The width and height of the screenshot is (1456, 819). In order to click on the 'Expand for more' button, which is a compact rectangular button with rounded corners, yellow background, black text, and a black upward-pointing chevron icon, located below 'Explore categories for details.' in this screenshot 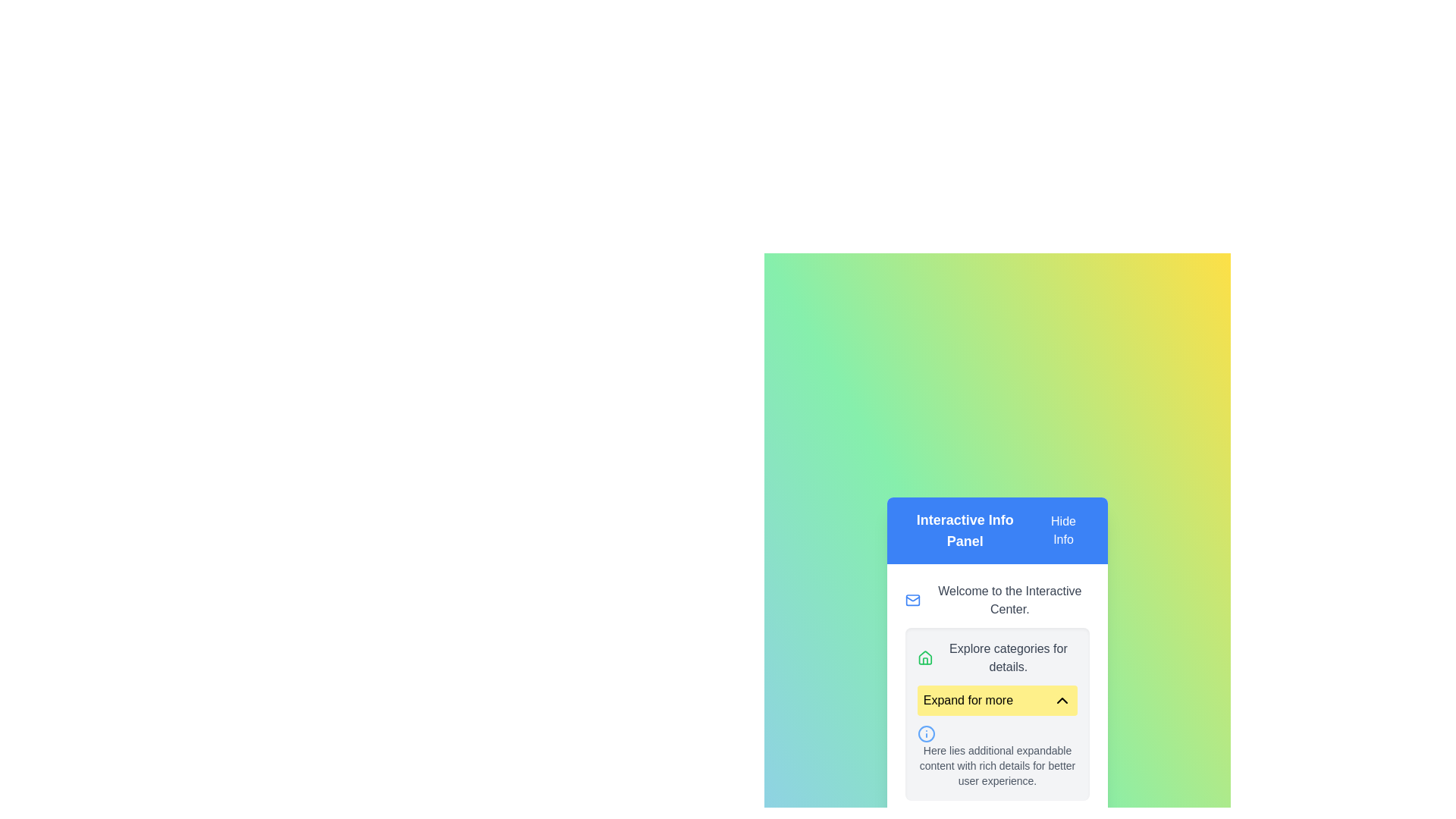, I will do `click(997, 714)`.